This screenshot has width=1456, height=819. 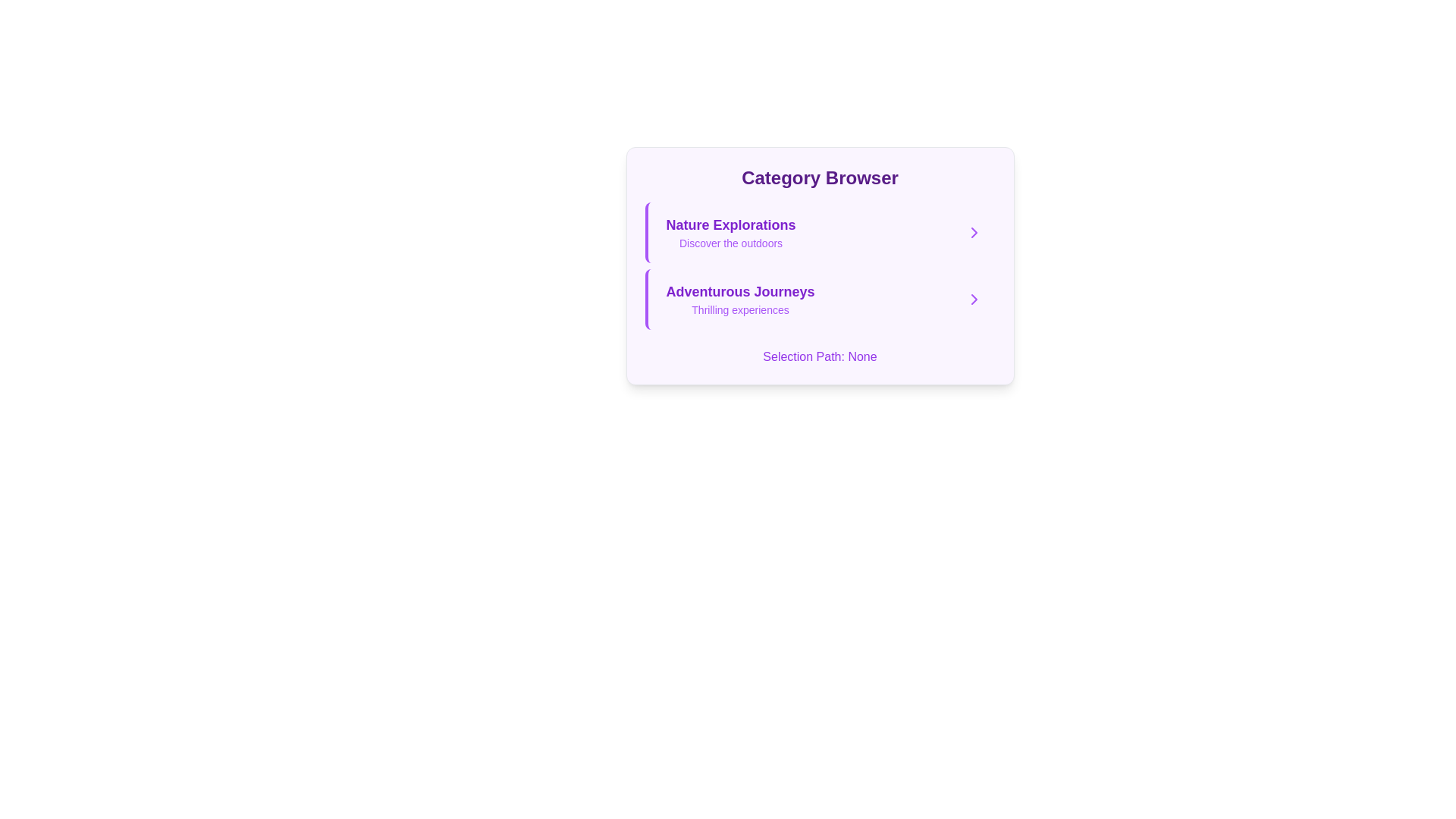 What do you see at coordinates (819, 265) in the screenshot?
I see `the Navigational menu located in the 'Category Browser'` at bounding box center [819, 265].